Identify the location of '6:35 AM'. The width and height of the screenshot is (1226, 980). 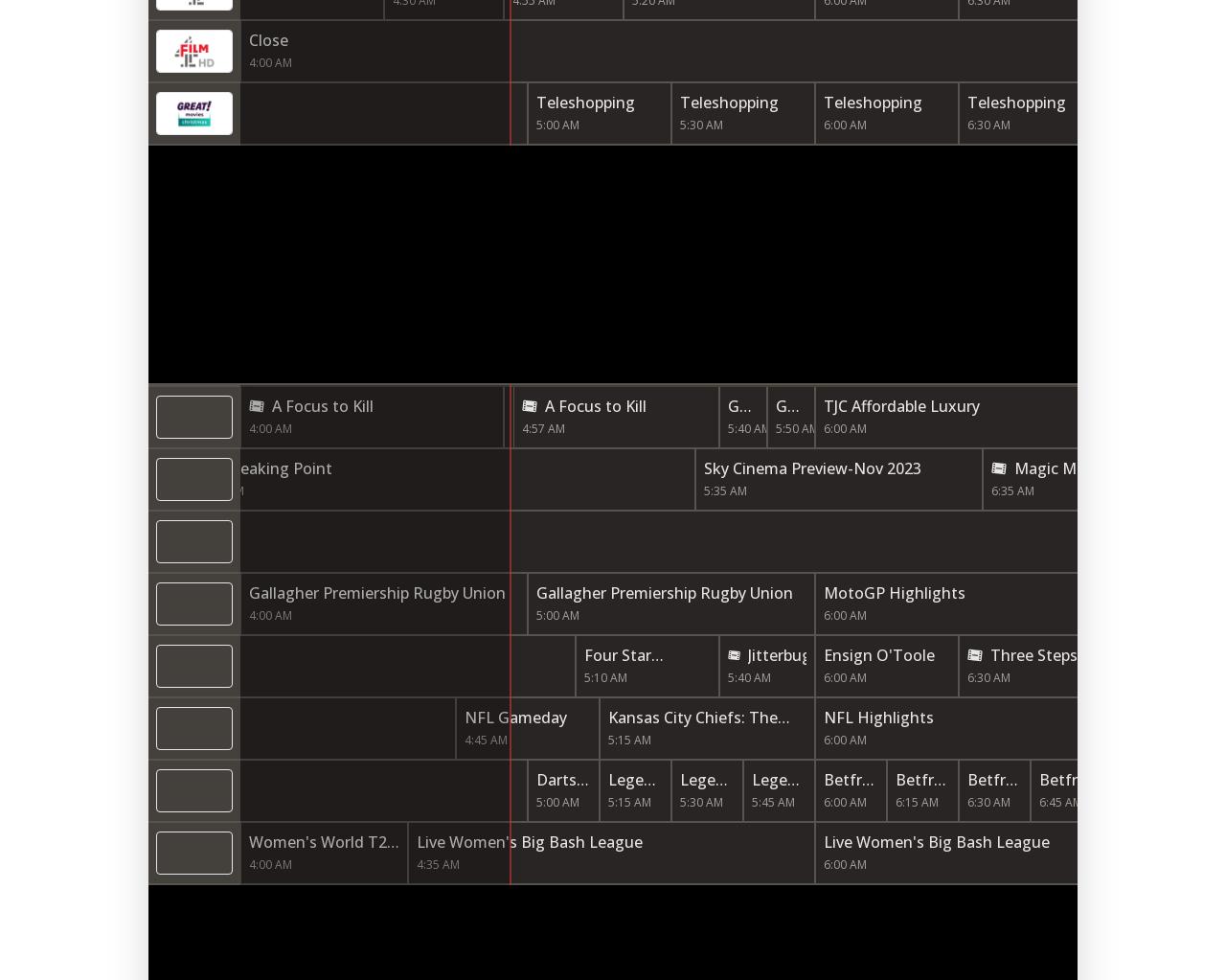
(1011, 490).